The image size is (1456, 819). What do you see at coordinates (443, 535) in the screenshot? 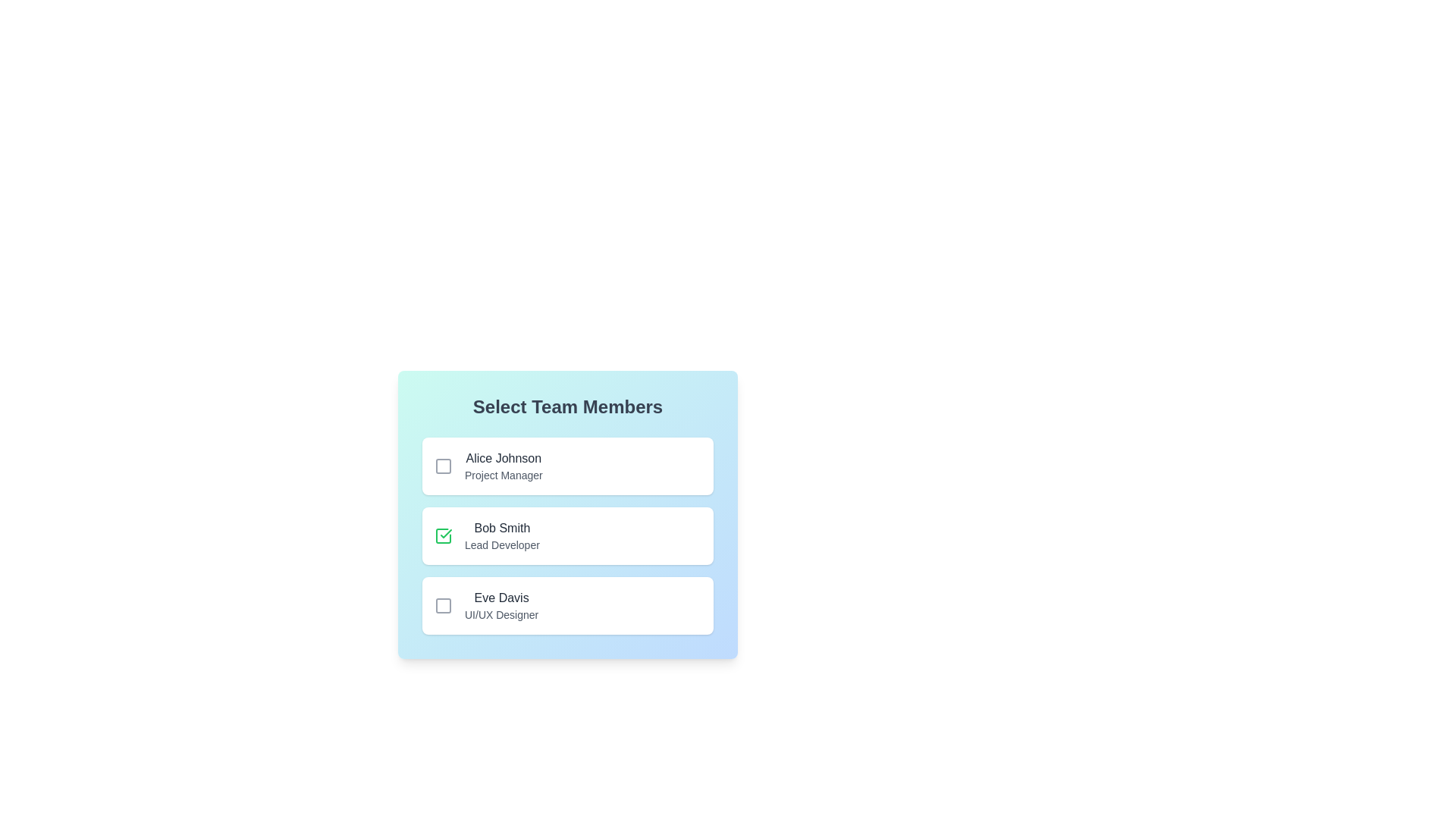
I see `visual indicator icon located in the second row of the selection system, associated with 'Bob Smith - Lead Developer'` at bounding box center [443, 535].